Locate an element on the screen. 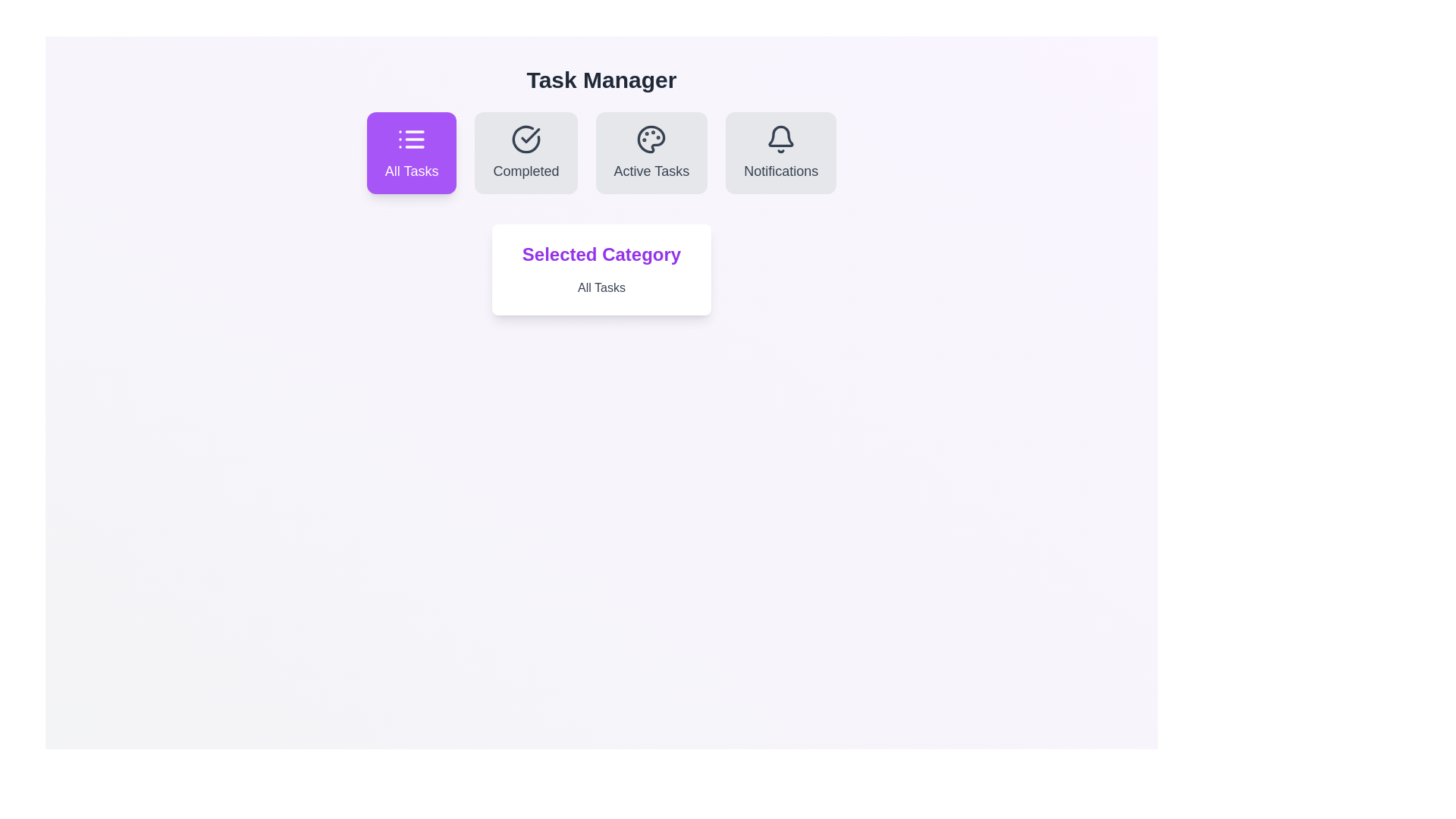 This screenshot has height=819, width=1456. the category button labeled Completed is located at coordinates (526, 152).